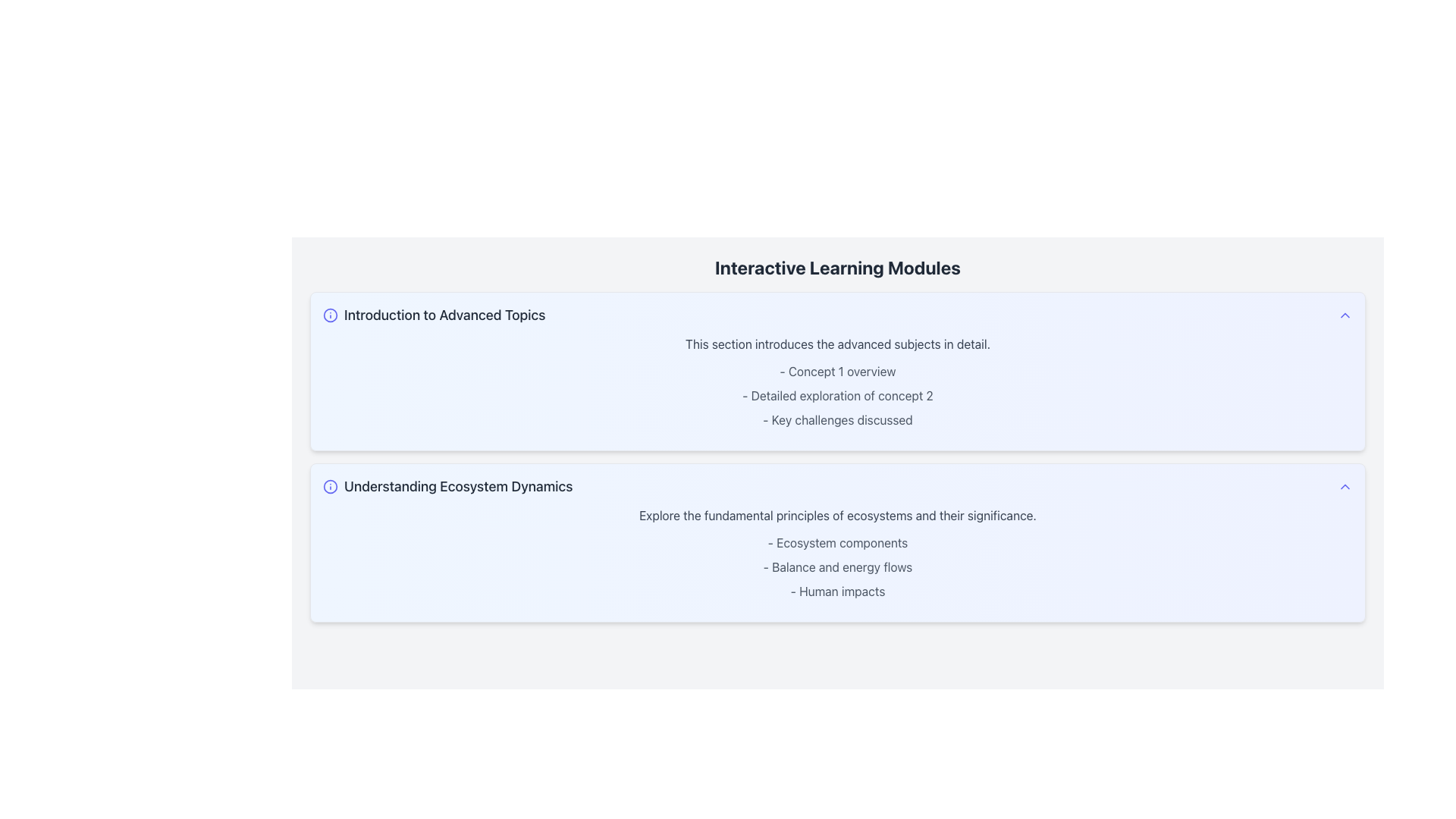  I want to click on the circular SVG graphical element in pastel indigo located to the left of the 'Introduction to Advanced Topics' text, so click(330, 315).